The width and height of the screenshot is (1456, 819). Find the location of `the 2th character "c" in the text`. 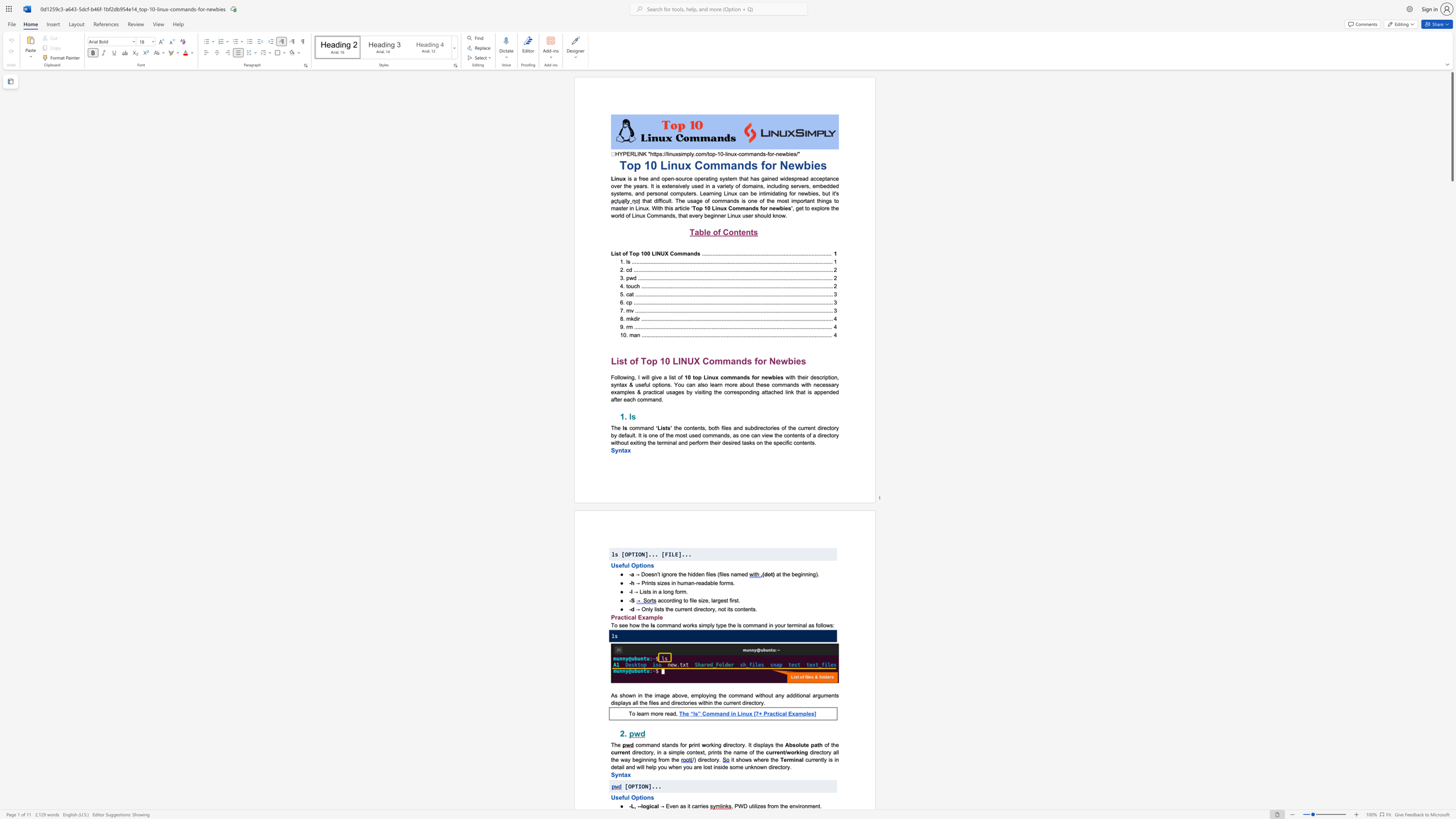

the 2th character "c" in the text is located at coordinates (665, 600).